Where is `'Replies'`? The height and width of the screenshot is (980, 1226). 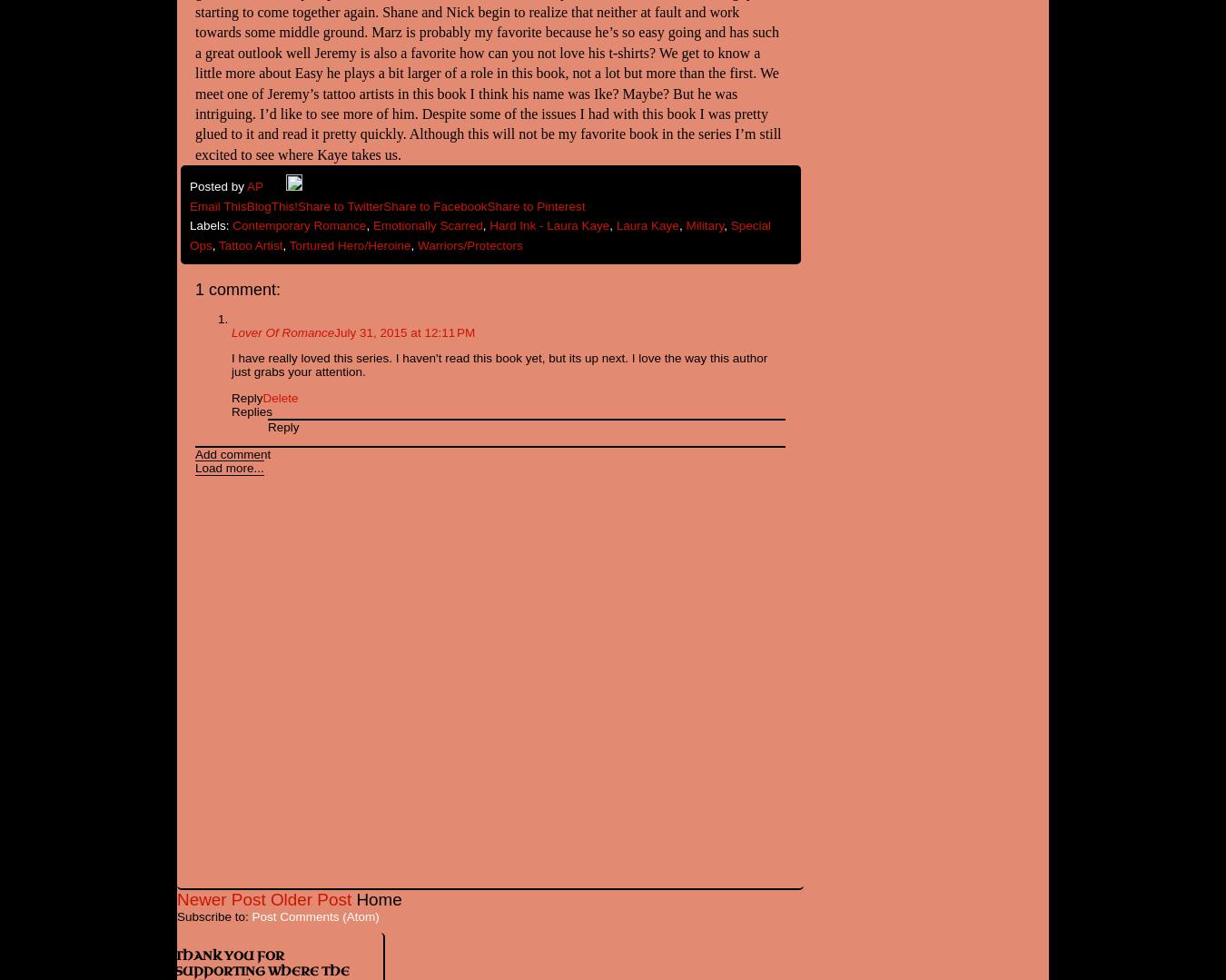 'Replies' is located at coordinates (251, 411).